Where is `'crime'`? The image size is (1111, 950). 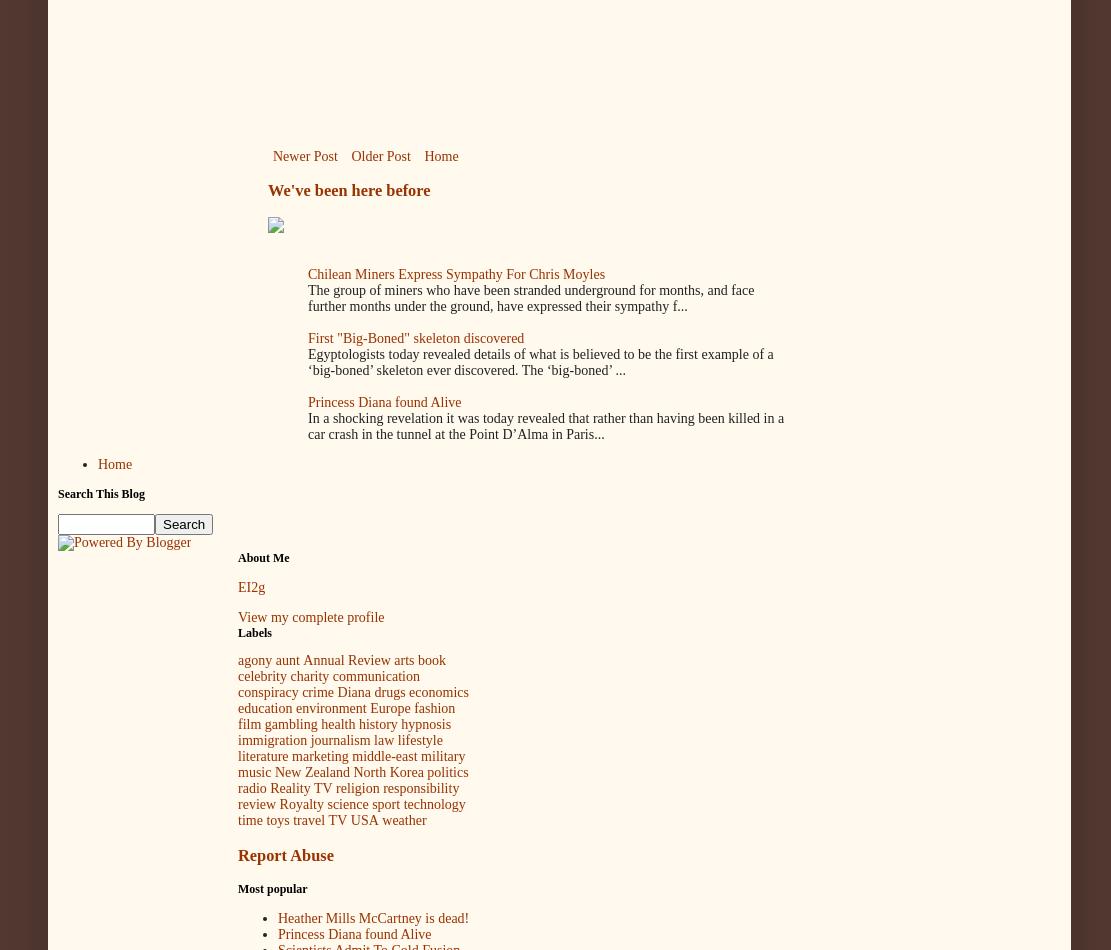 'crime' is located at coordinates (316, 692).